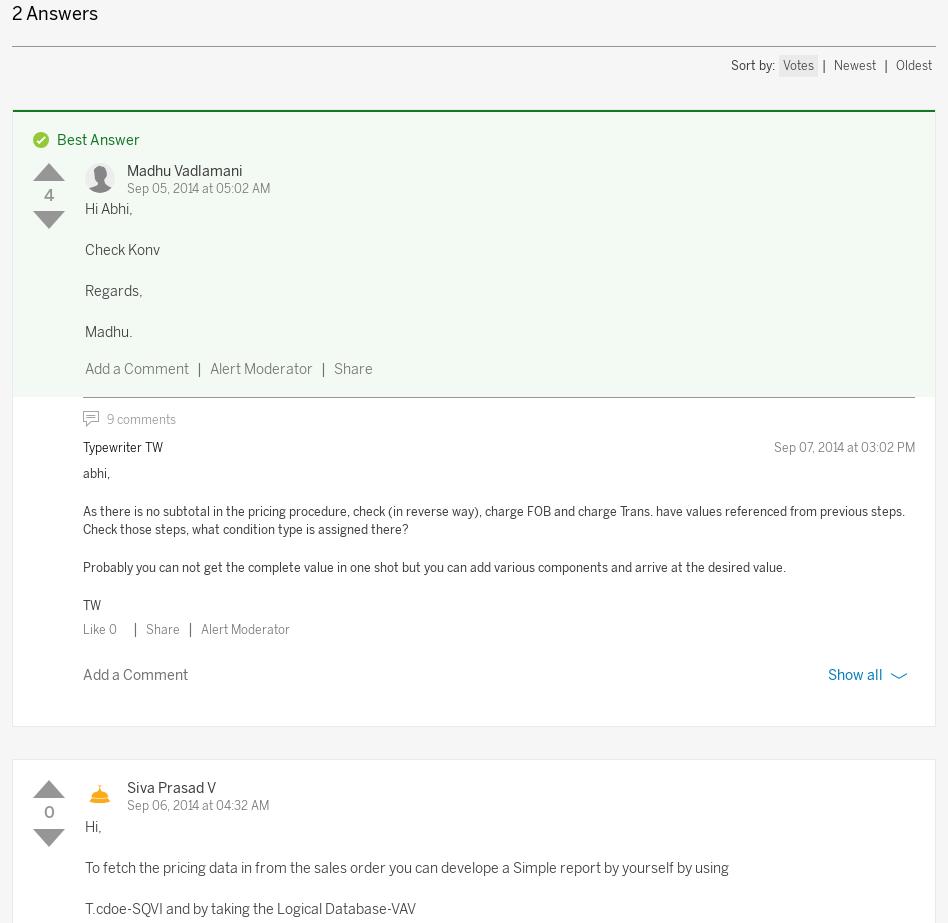 The image size is (948, 923). Describe the element at coordinates (49, 194) in the screenshot. I see `'4'` at that location.